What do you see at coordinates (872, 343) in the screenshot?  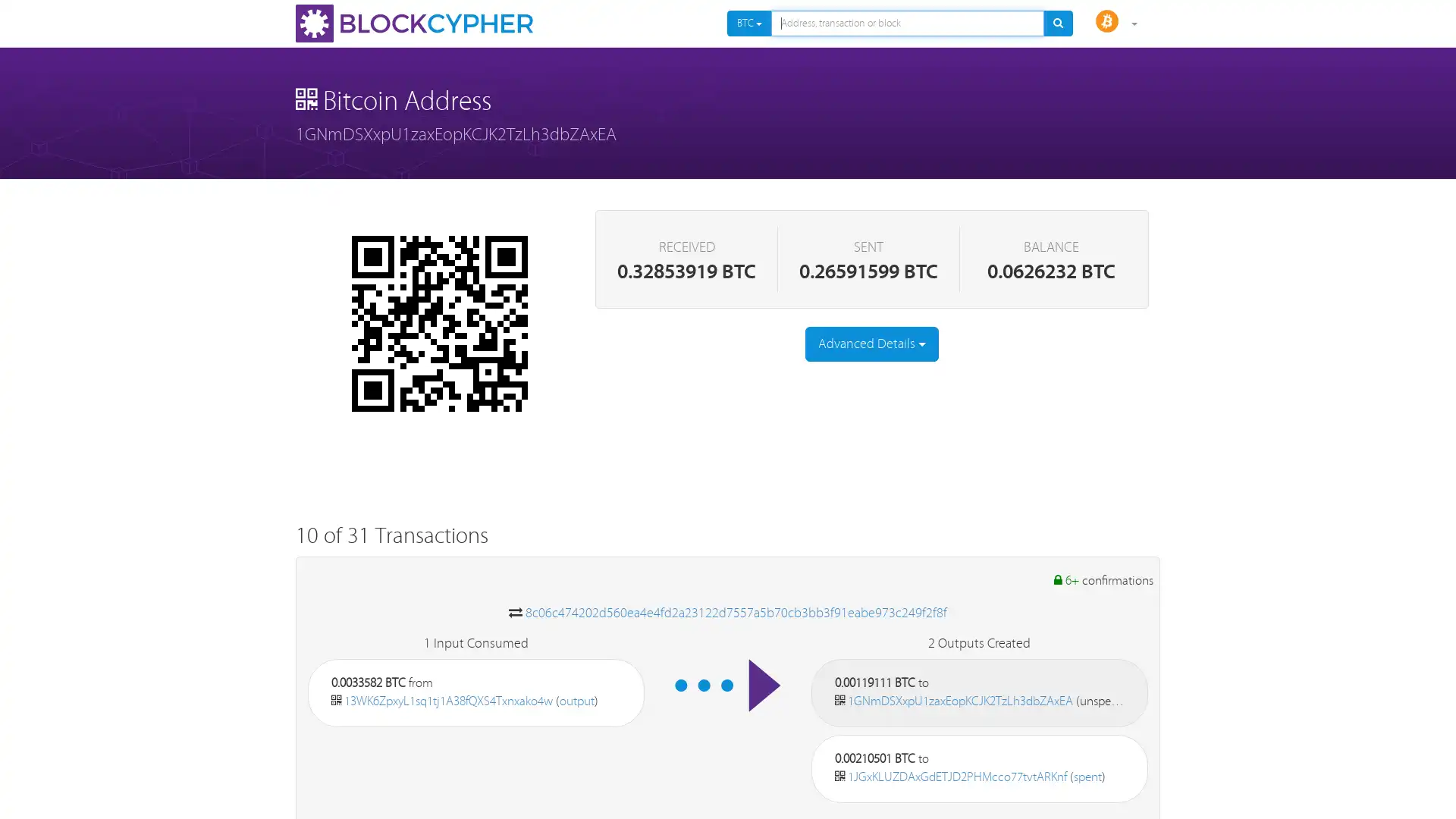 I see `Advanced Details` at bounding box center [872, 343].